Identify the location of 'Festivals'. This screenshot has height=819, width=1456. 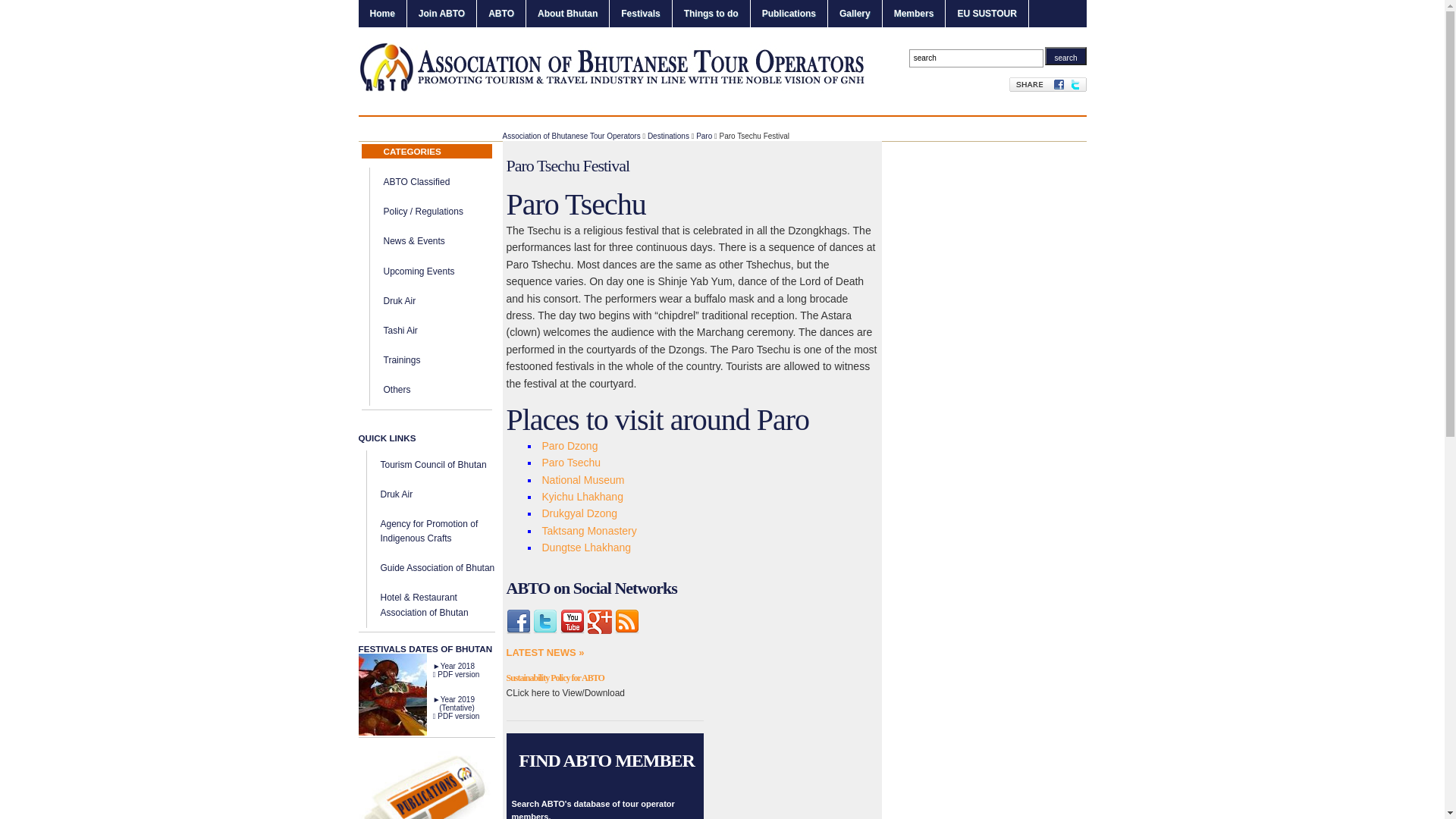
(640, 14).